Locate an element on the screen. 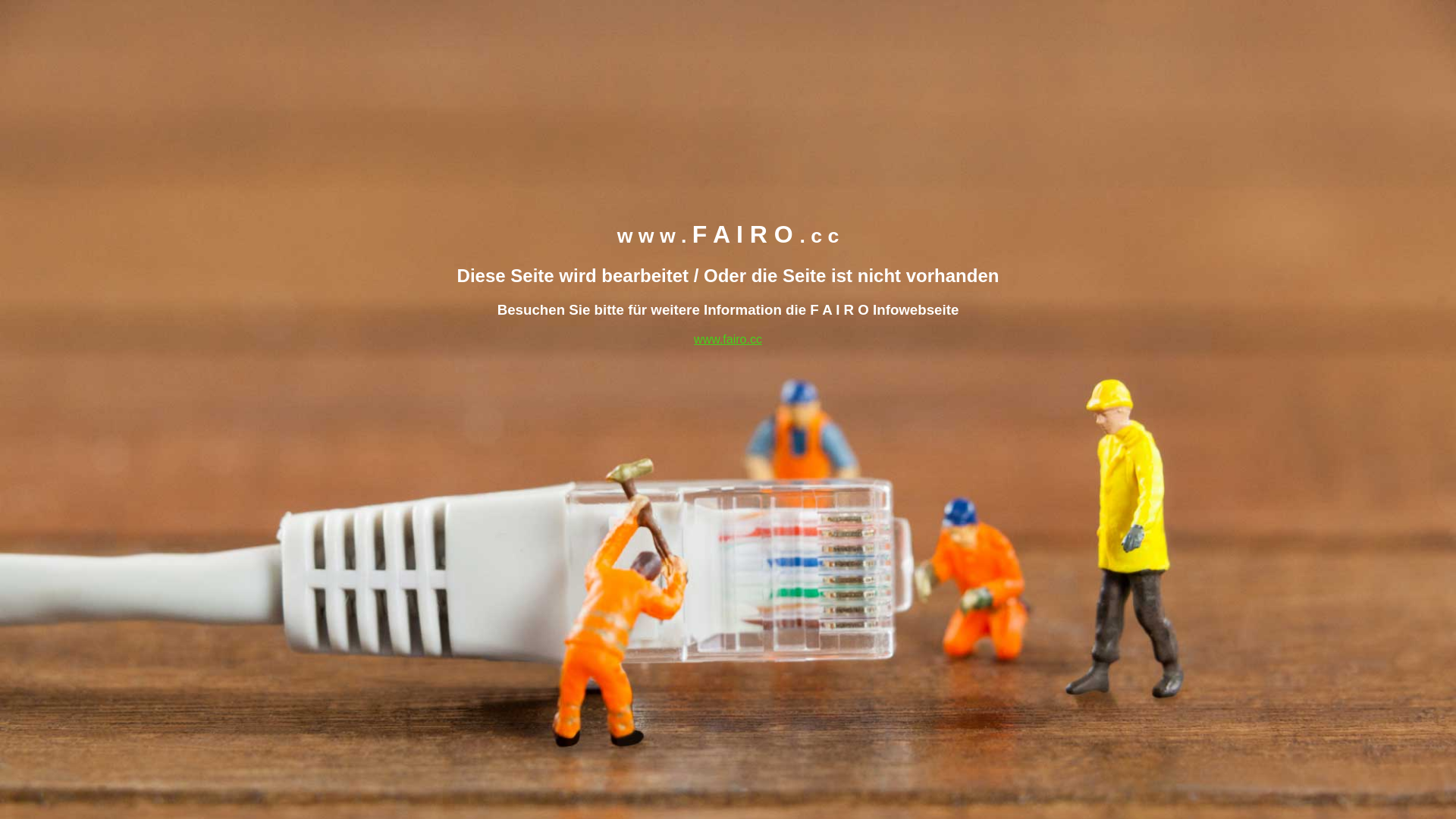  'www.fairo.cc' is located at coordinates (728, 337).